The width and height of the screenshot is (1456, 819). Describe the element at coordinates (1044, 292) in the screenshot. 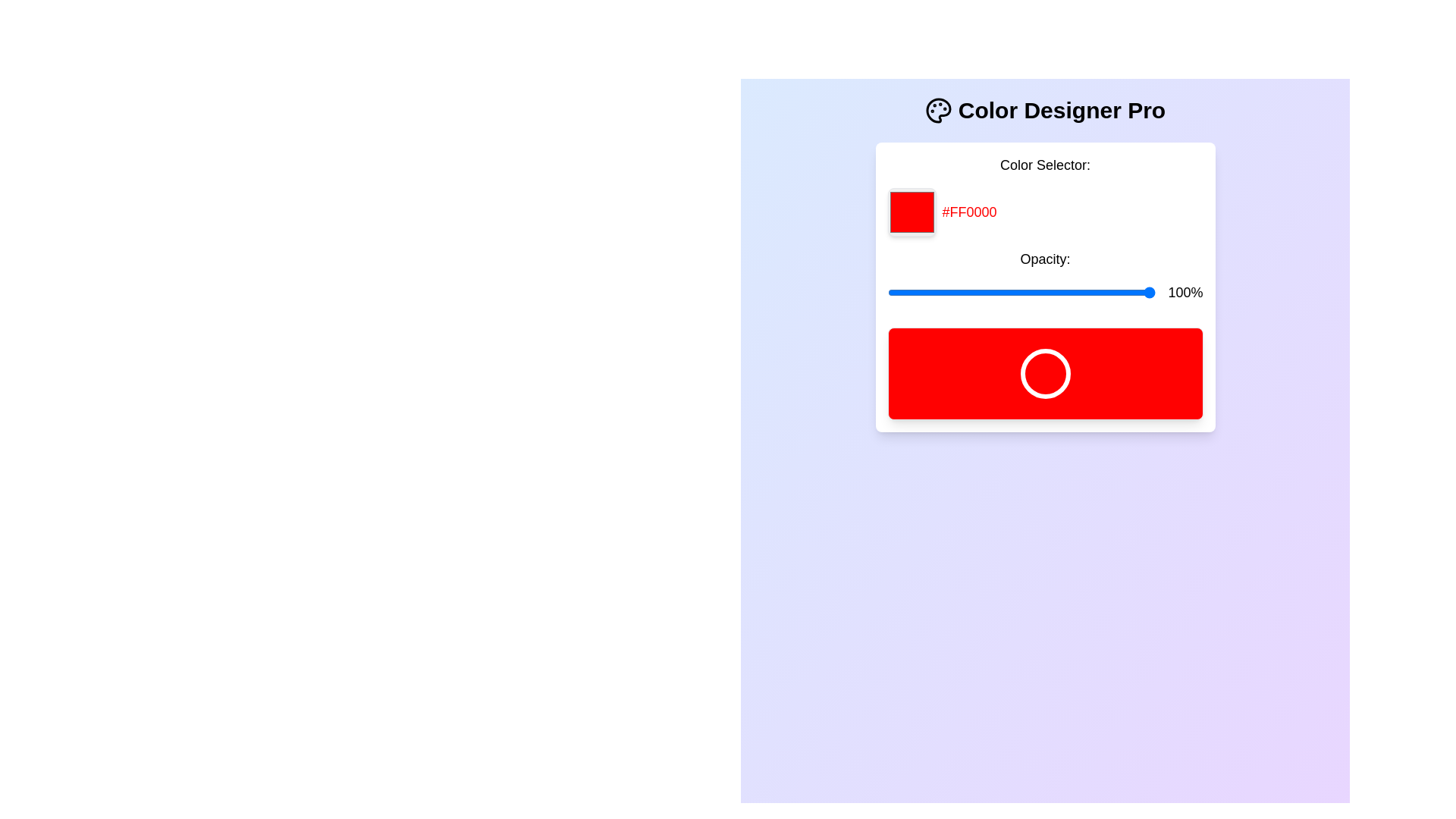

I see `displayed percentage from the read-only text label showing '100%' located at the far right of the horizontal slider in the 'Opacity' section` at that location.